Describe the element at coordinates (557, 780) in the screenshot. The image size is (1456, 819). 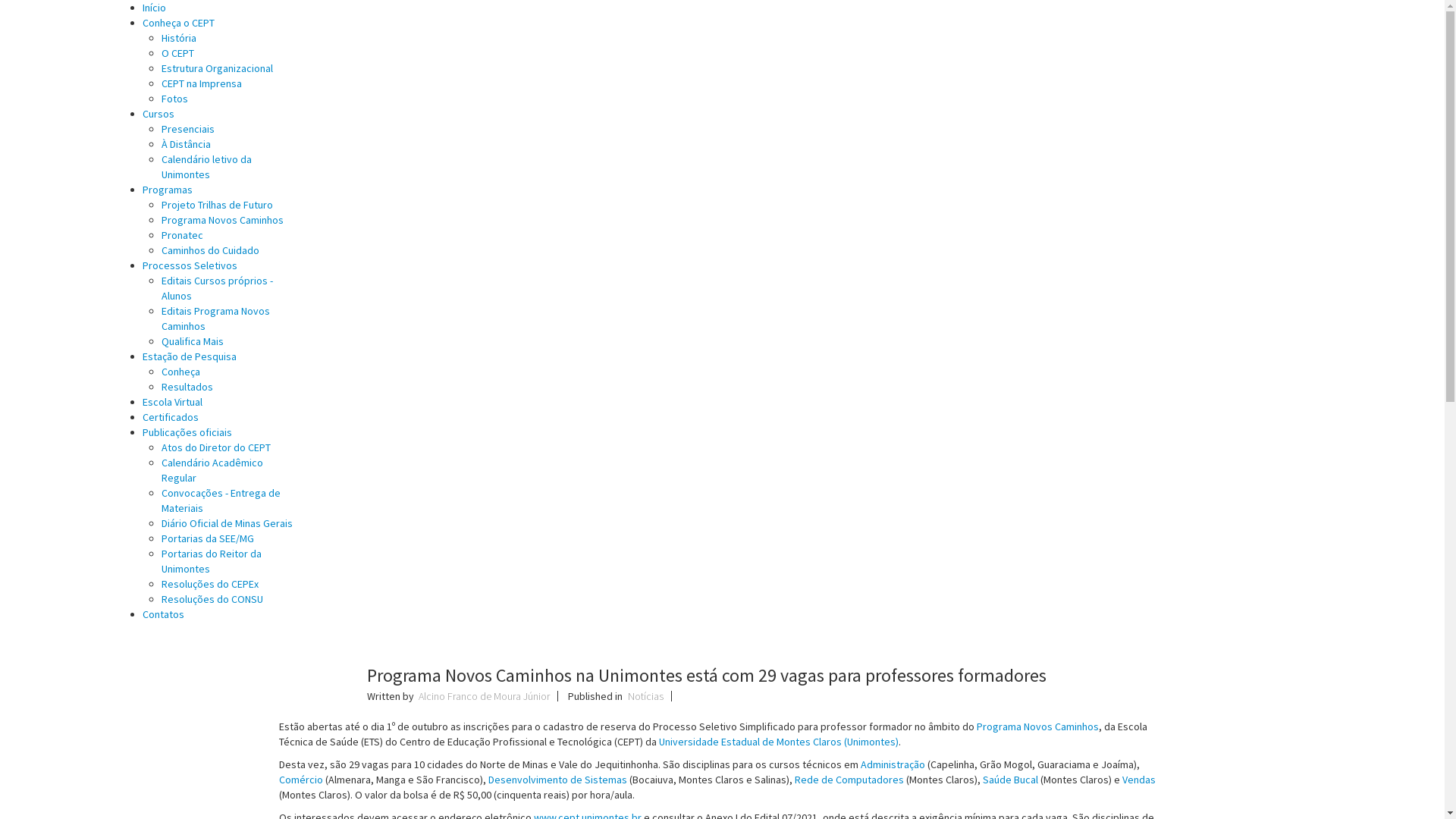
I see `'Desenvolvimento de Sistemas'` at that location.